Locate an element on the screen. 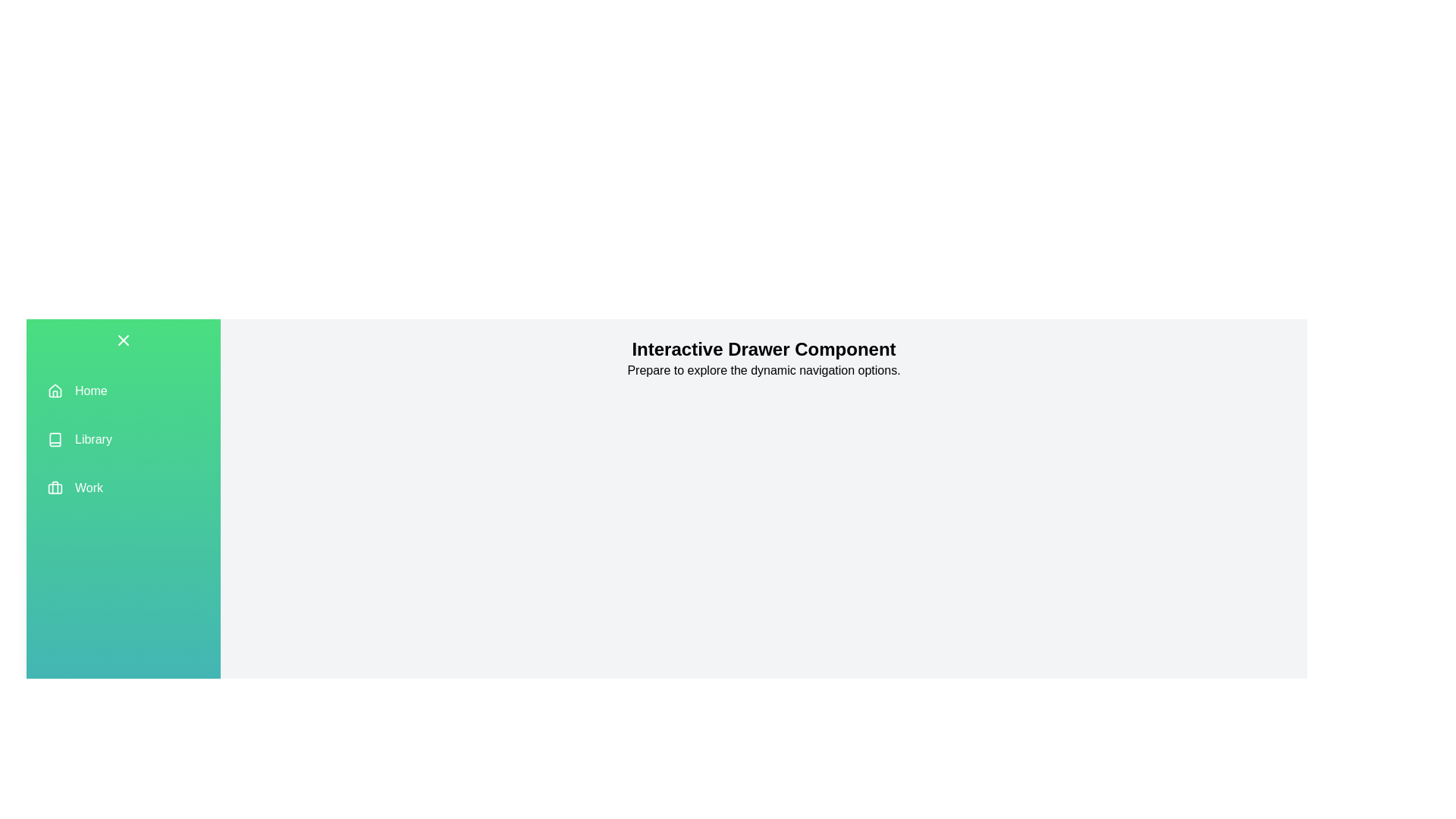  the menu item Library to observe its hover effect is located at coordinates (124, 439).